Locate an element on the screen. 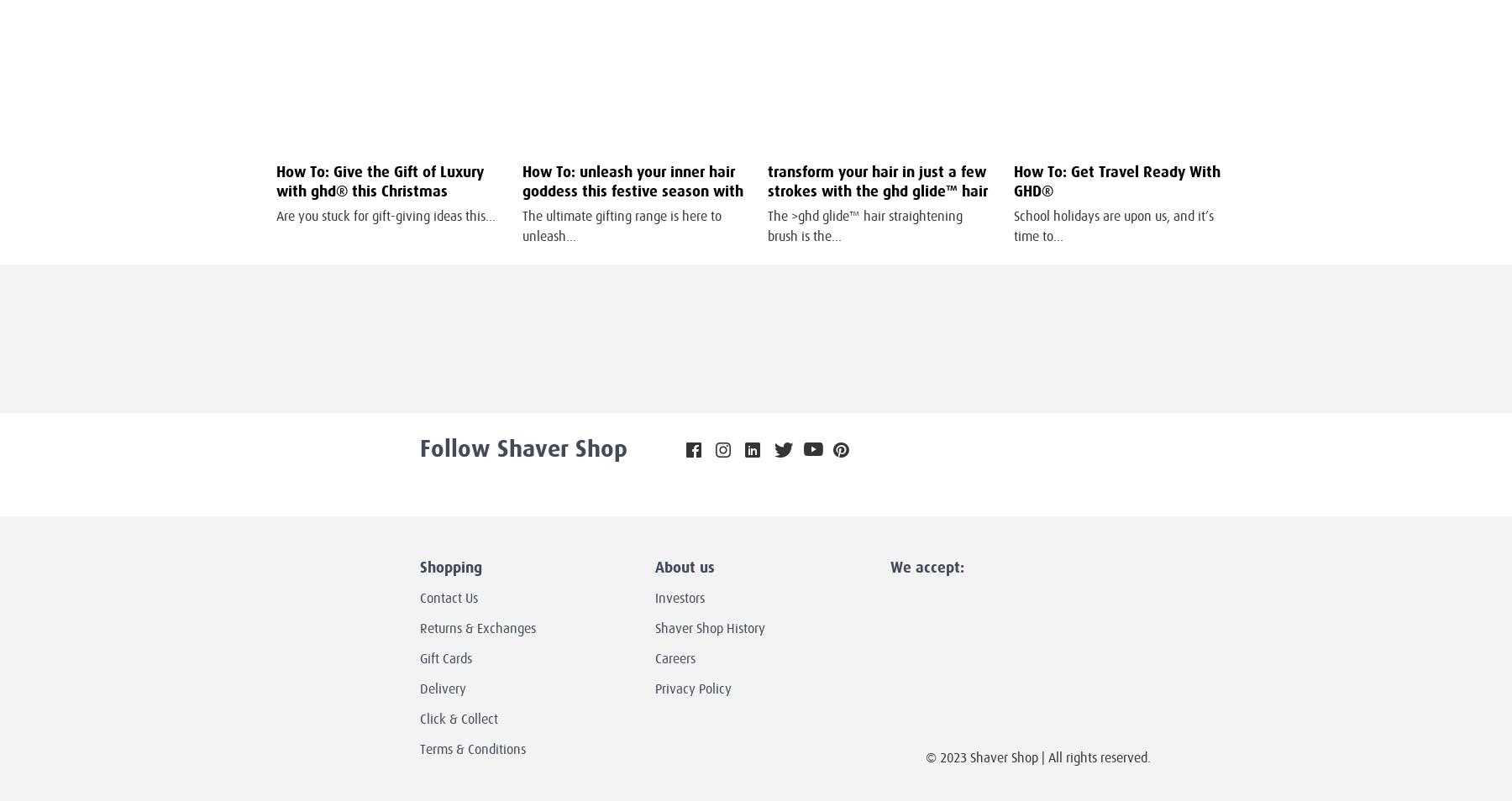  'The  >ghd glide™ hair straightening brush is the...' is located at coordinates (864, 226).